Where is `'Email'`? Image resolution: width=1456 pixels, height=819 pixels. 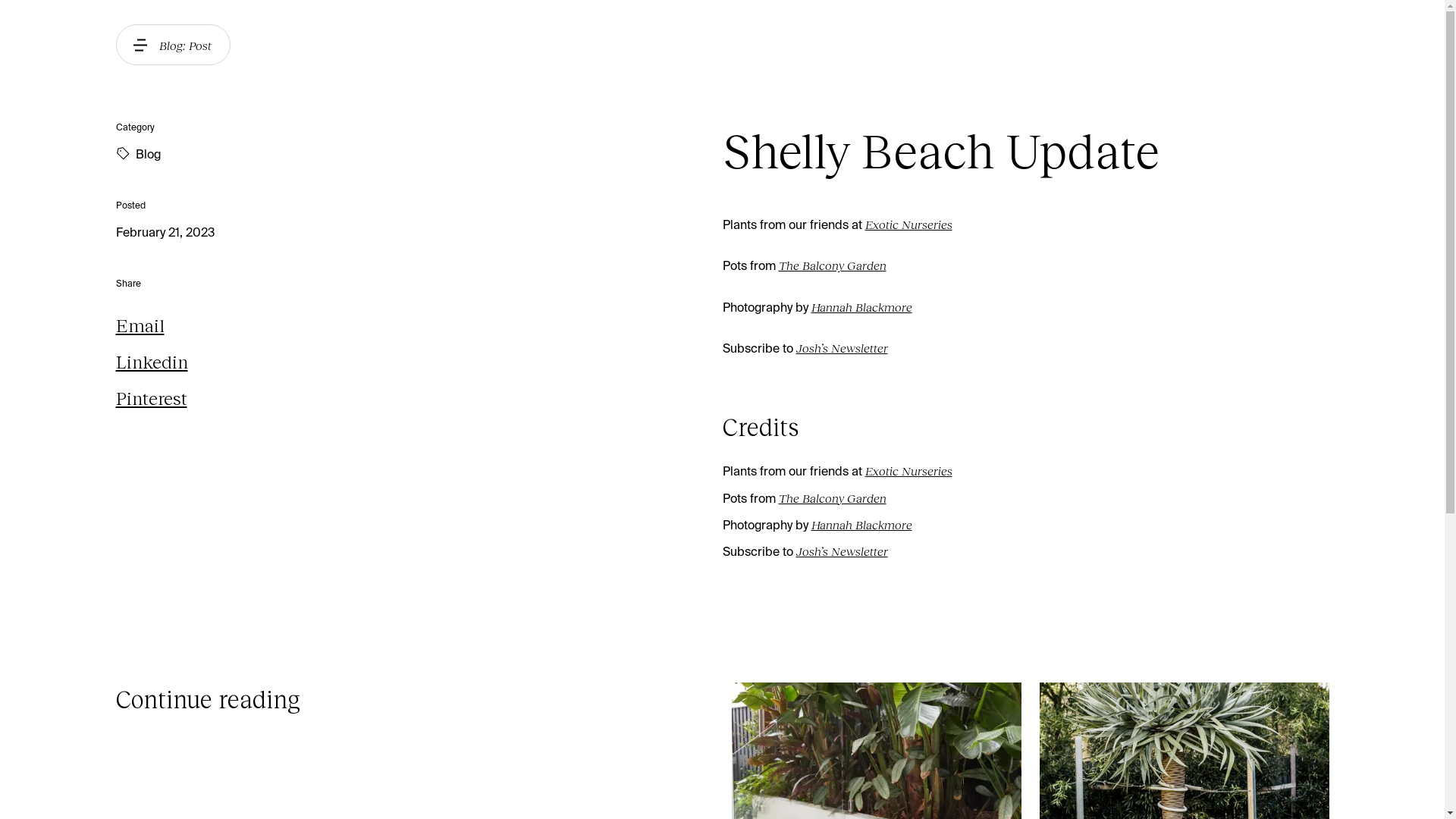 'Email' is located at coordinates (419, 324).